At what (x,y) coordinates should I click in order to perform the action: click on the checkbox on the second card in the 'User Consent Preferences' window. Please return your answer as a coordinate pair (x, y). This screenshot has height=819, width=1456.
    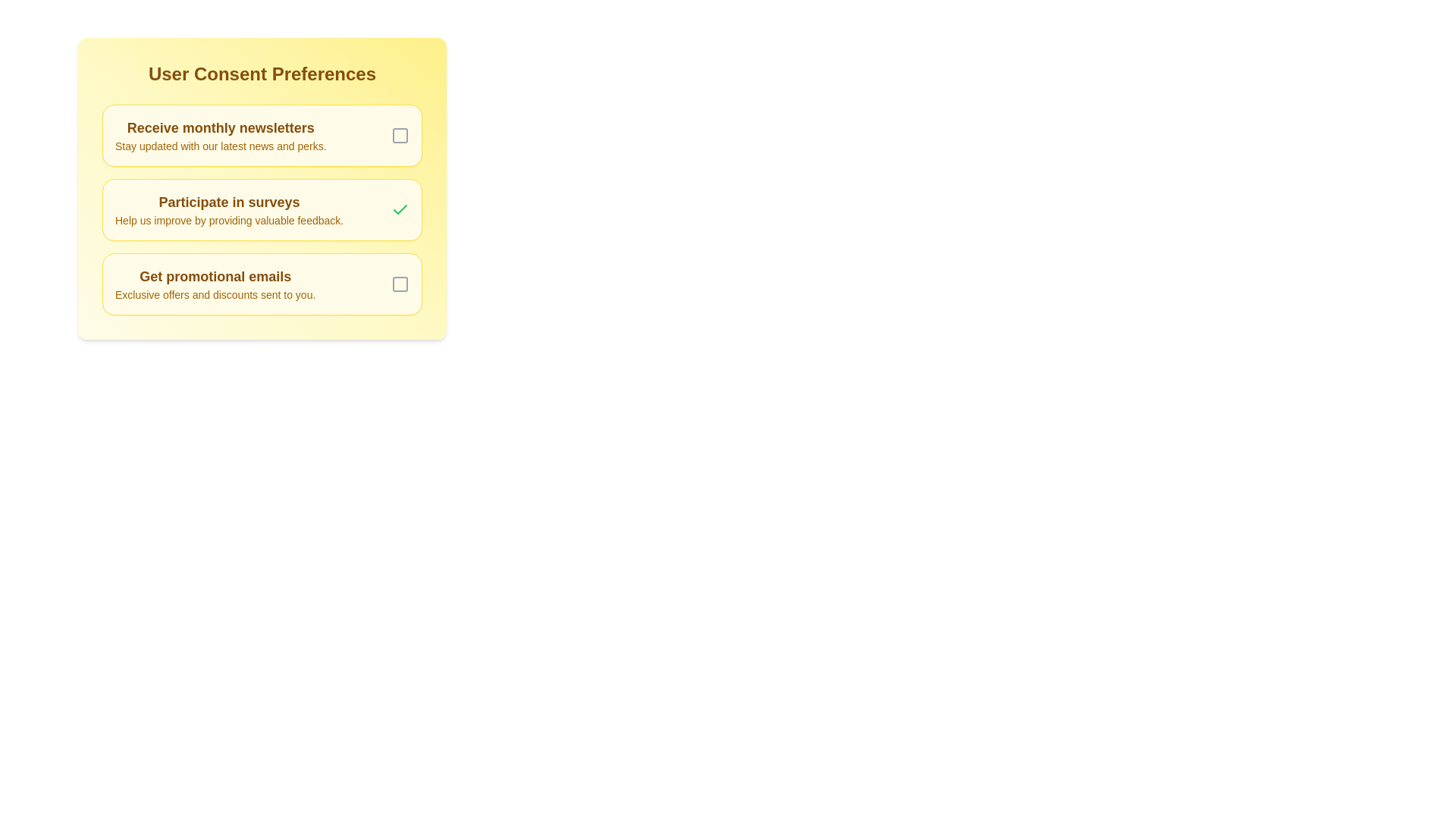
    Looking at the image, I should click on (262, 210).